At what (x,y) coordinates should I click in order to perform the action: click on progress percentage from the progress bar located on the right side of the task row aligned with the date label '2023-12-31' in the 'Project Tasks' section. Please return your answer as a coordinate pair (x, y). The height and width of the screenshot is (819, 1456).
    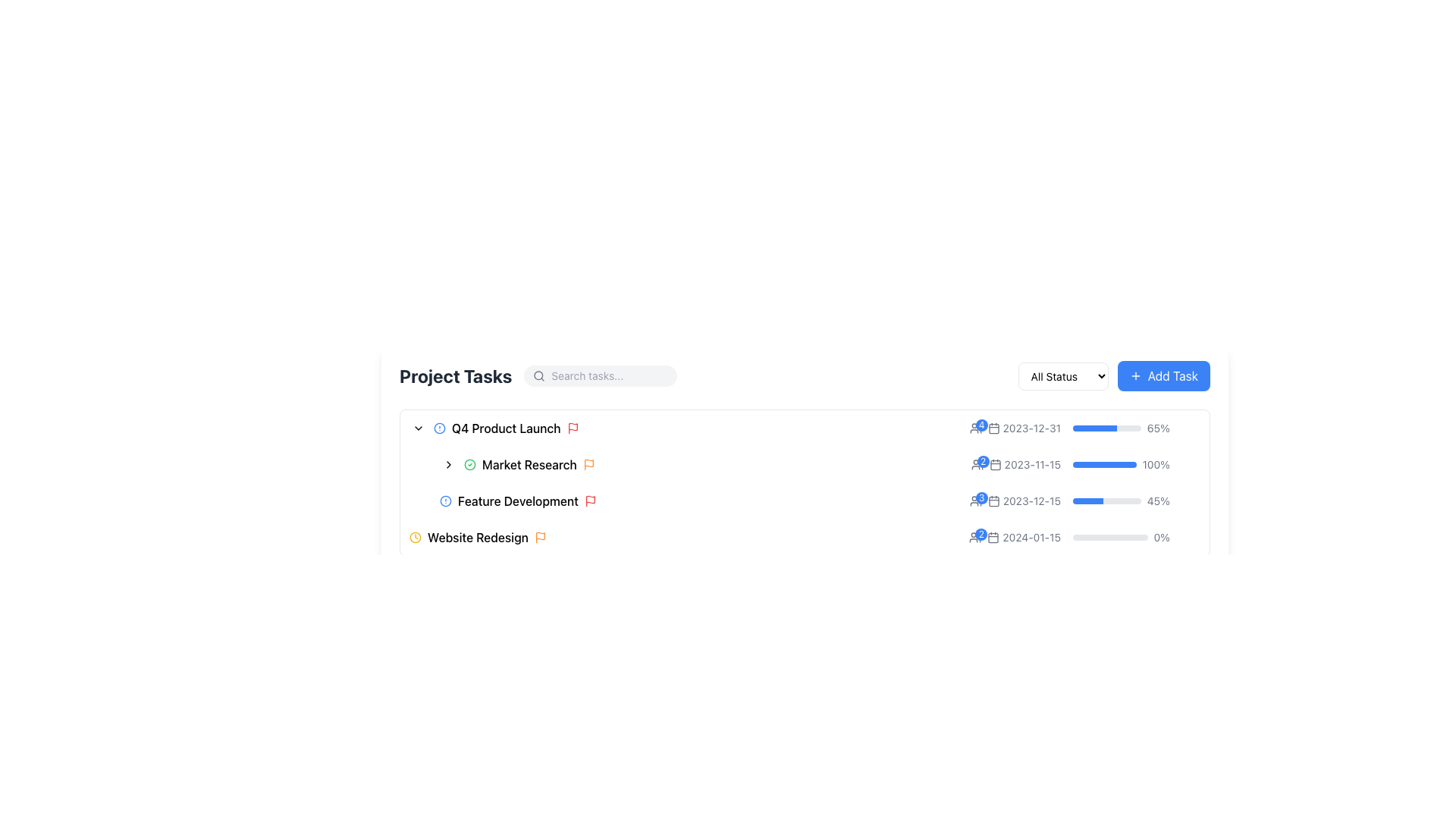
    Looking at the image, I should click on (1121, 428).